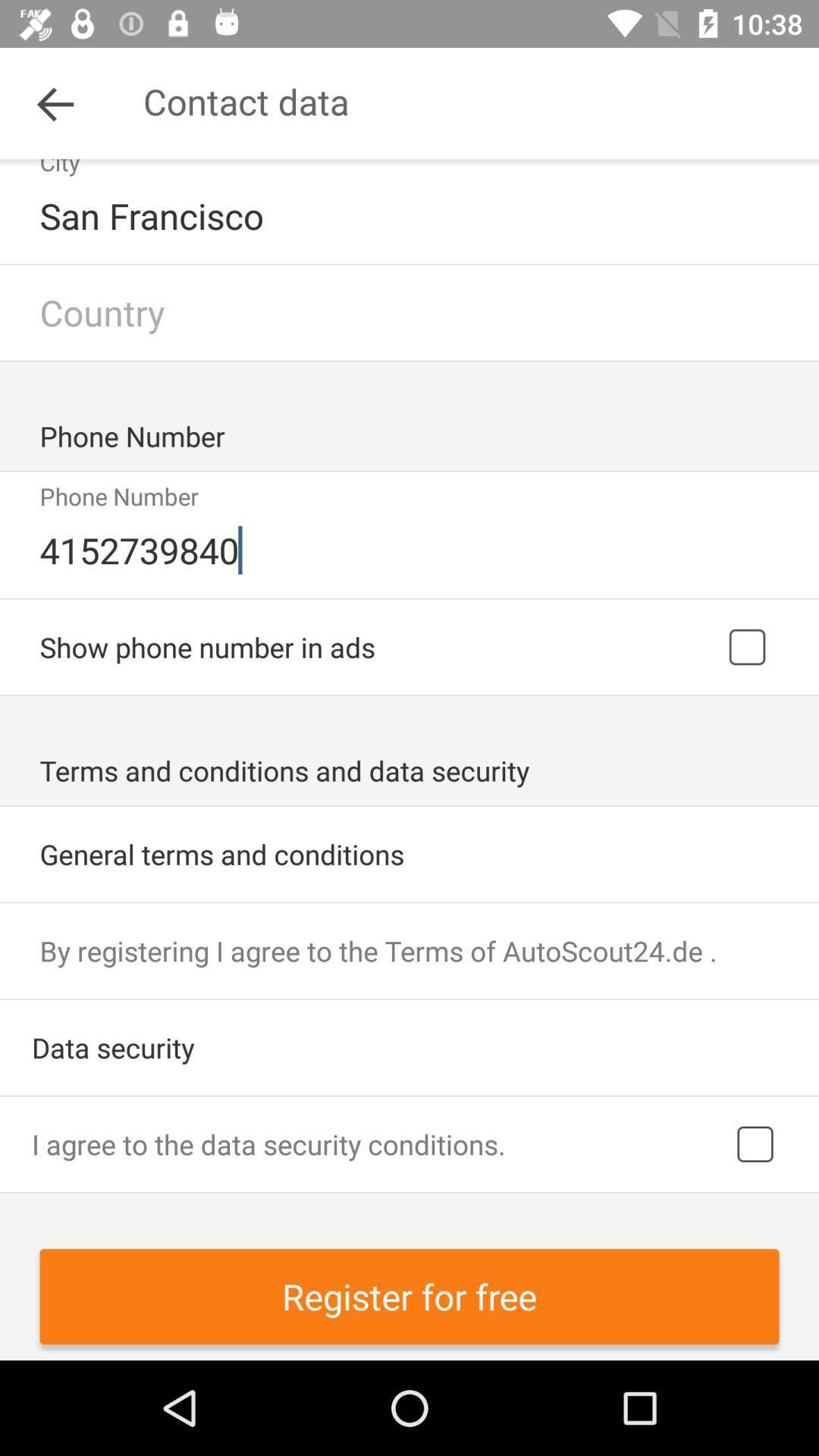 This screenshot has height=1456, width=819. Describe the element at coordinates (411, 549) in the screenshot. I see `the 4152739840 icon` at that location.